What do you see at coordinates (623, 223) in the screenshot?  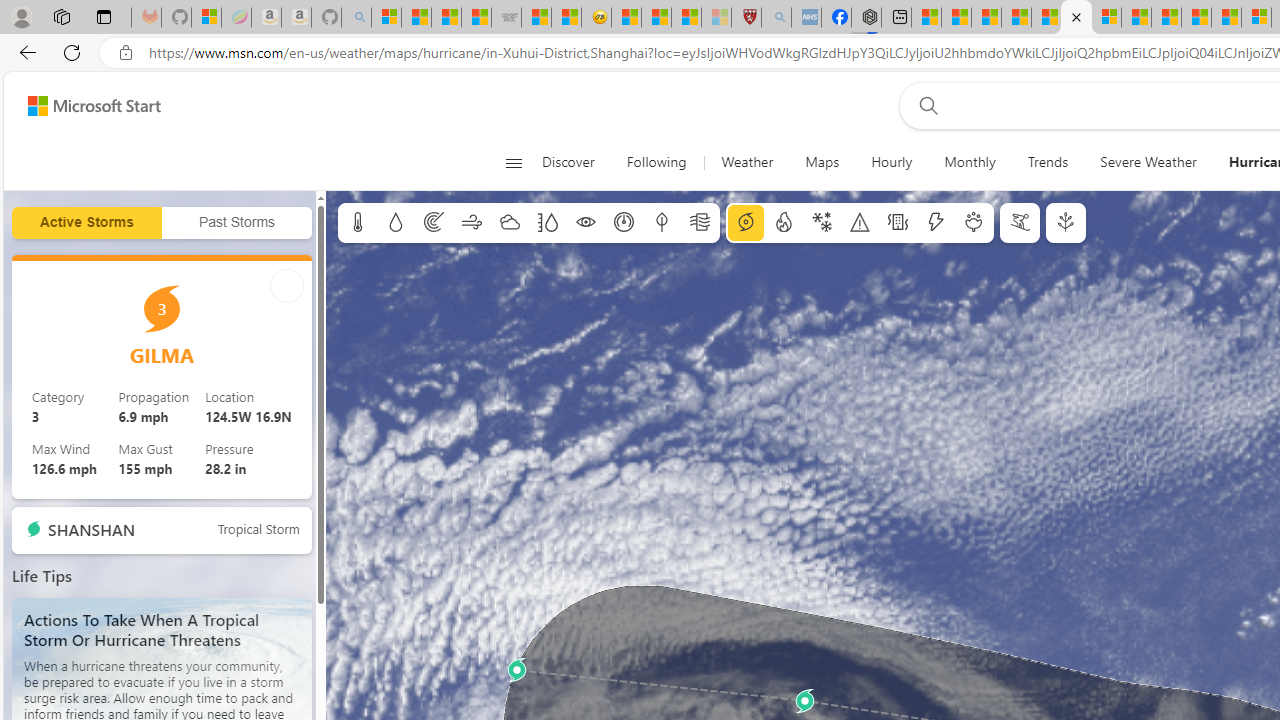 I see `'Sea level pressure'` at bounding box center [623, 223].